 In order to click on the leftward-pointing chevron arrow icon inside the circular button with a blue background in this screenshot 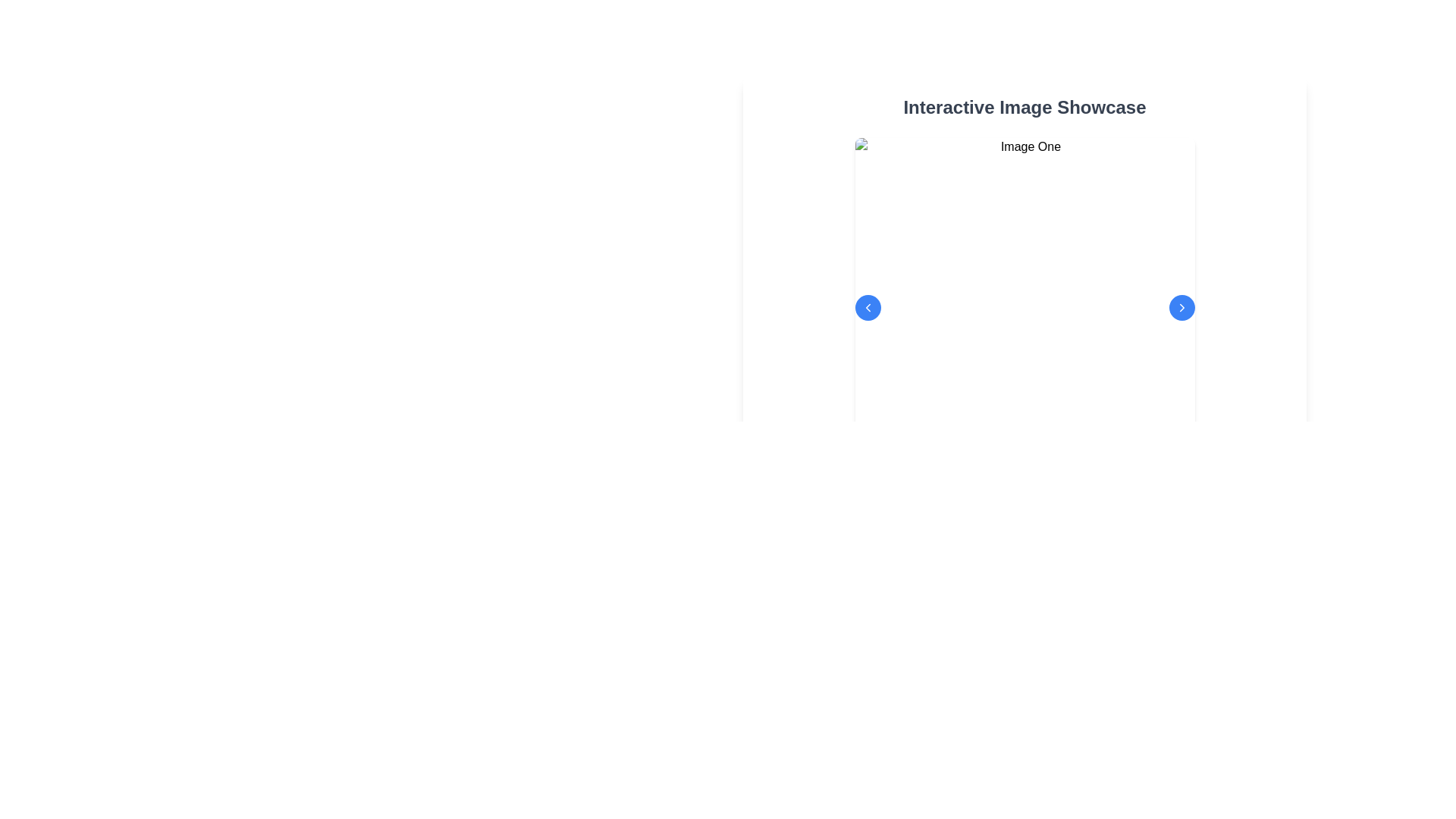, I will do `click(868, 307)`.